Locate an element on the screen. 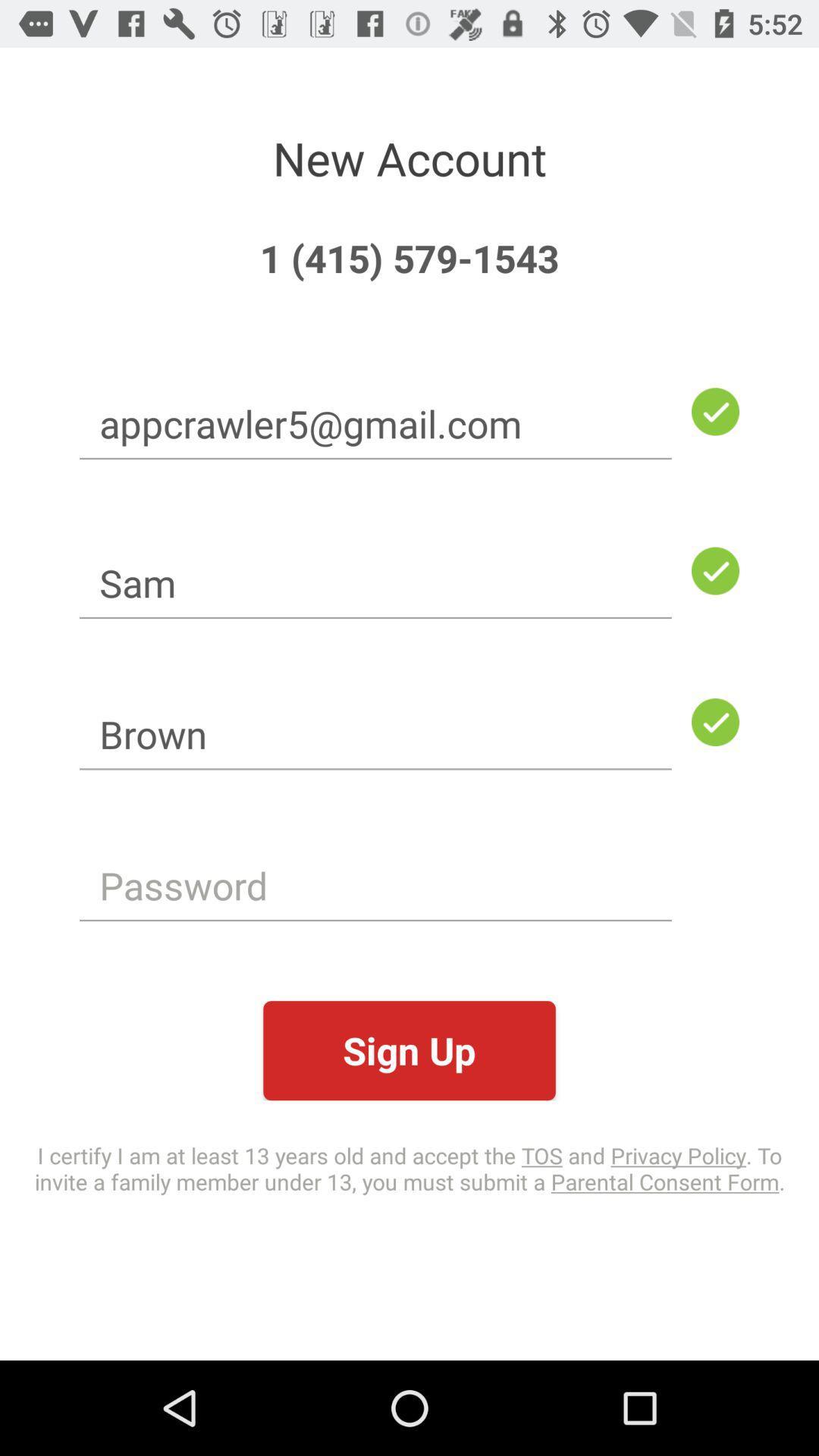 This screenshot has height=1456, width=819. the item below the sign up item is located at coordinates (409, 1167).